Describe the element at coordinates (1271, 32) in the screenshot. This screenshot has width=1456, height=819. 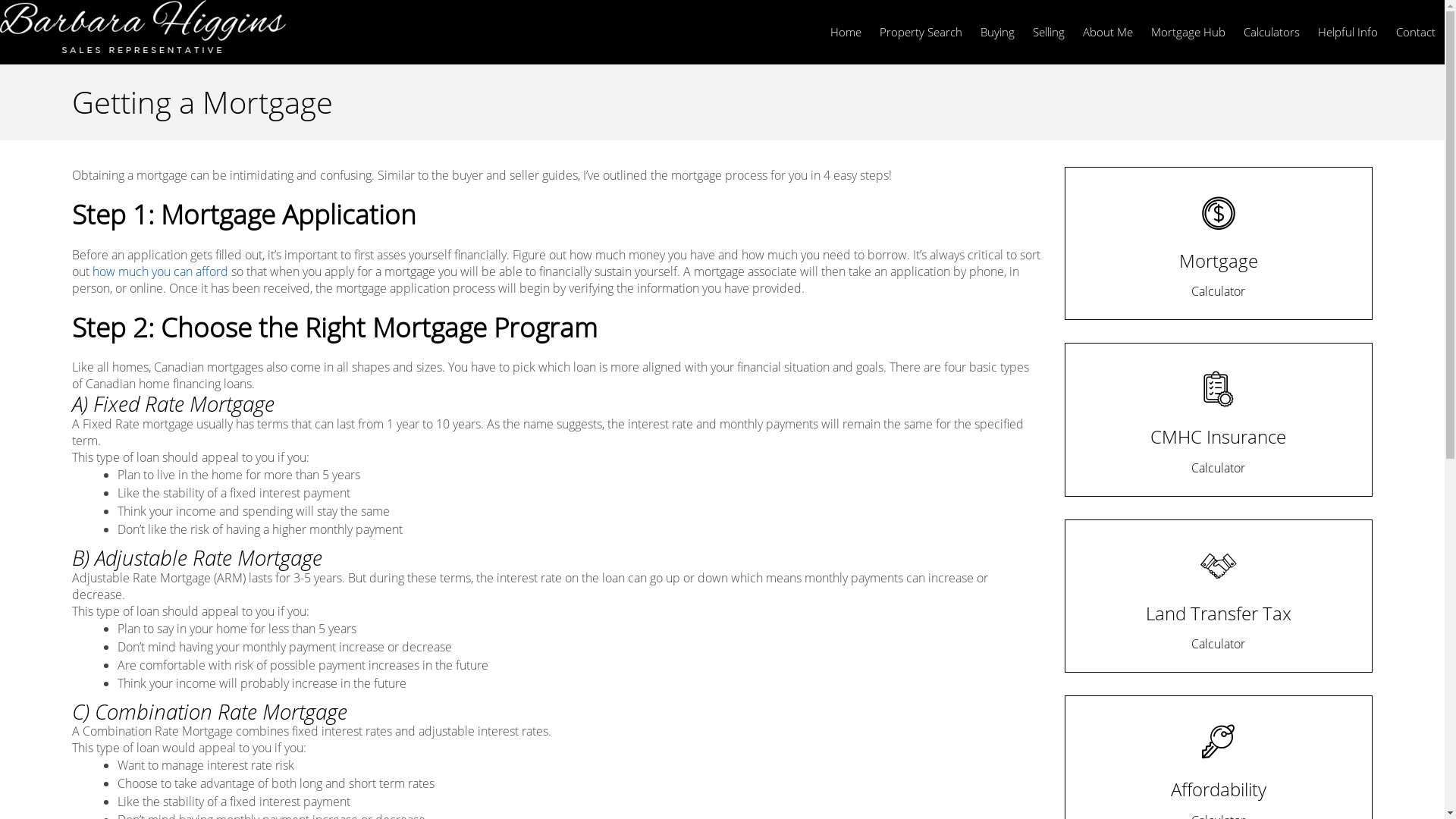
I see `'Calculators'` at that location.